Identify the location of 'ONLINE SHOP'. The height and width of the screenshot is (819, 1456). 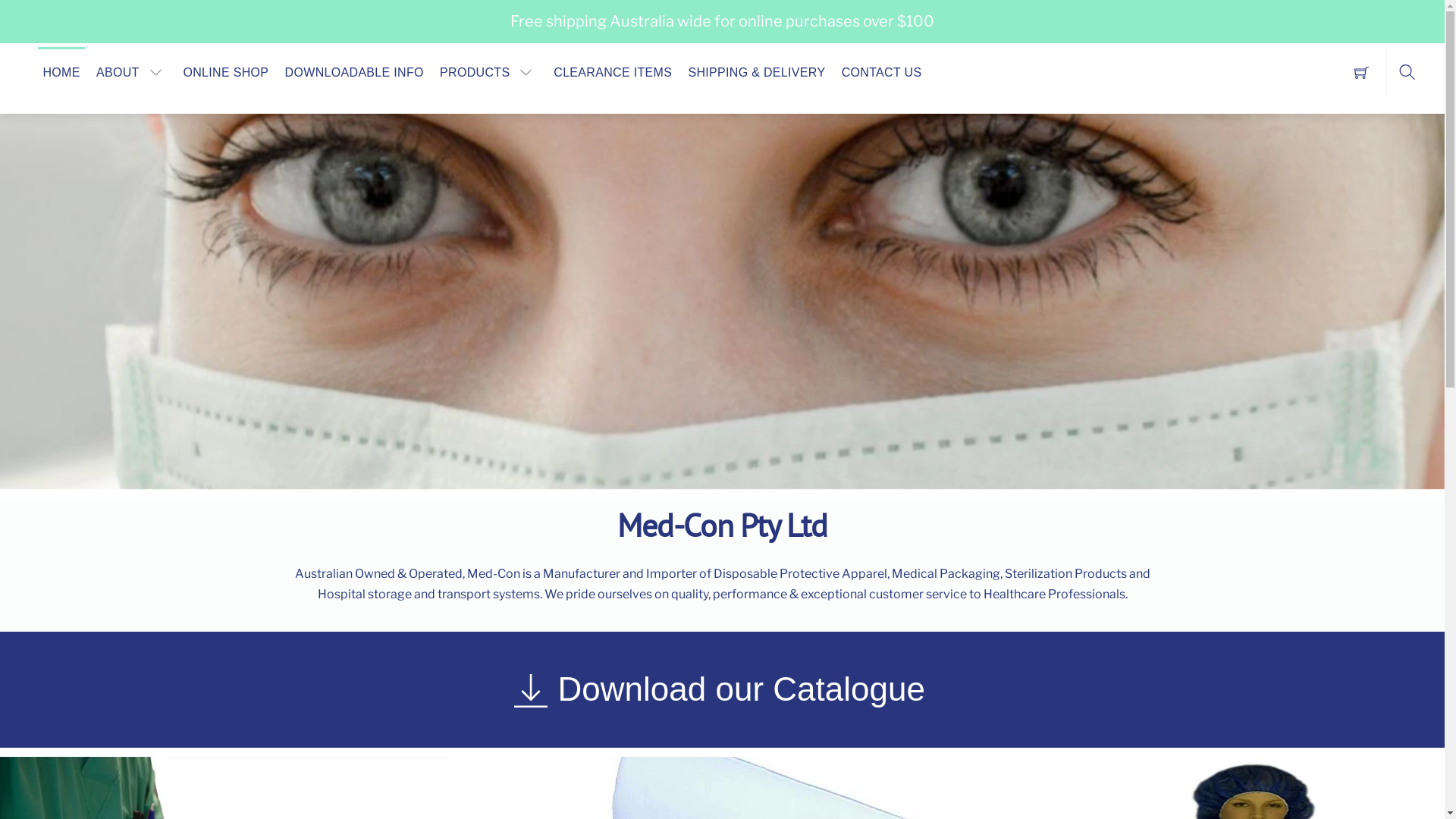
(224, 72).